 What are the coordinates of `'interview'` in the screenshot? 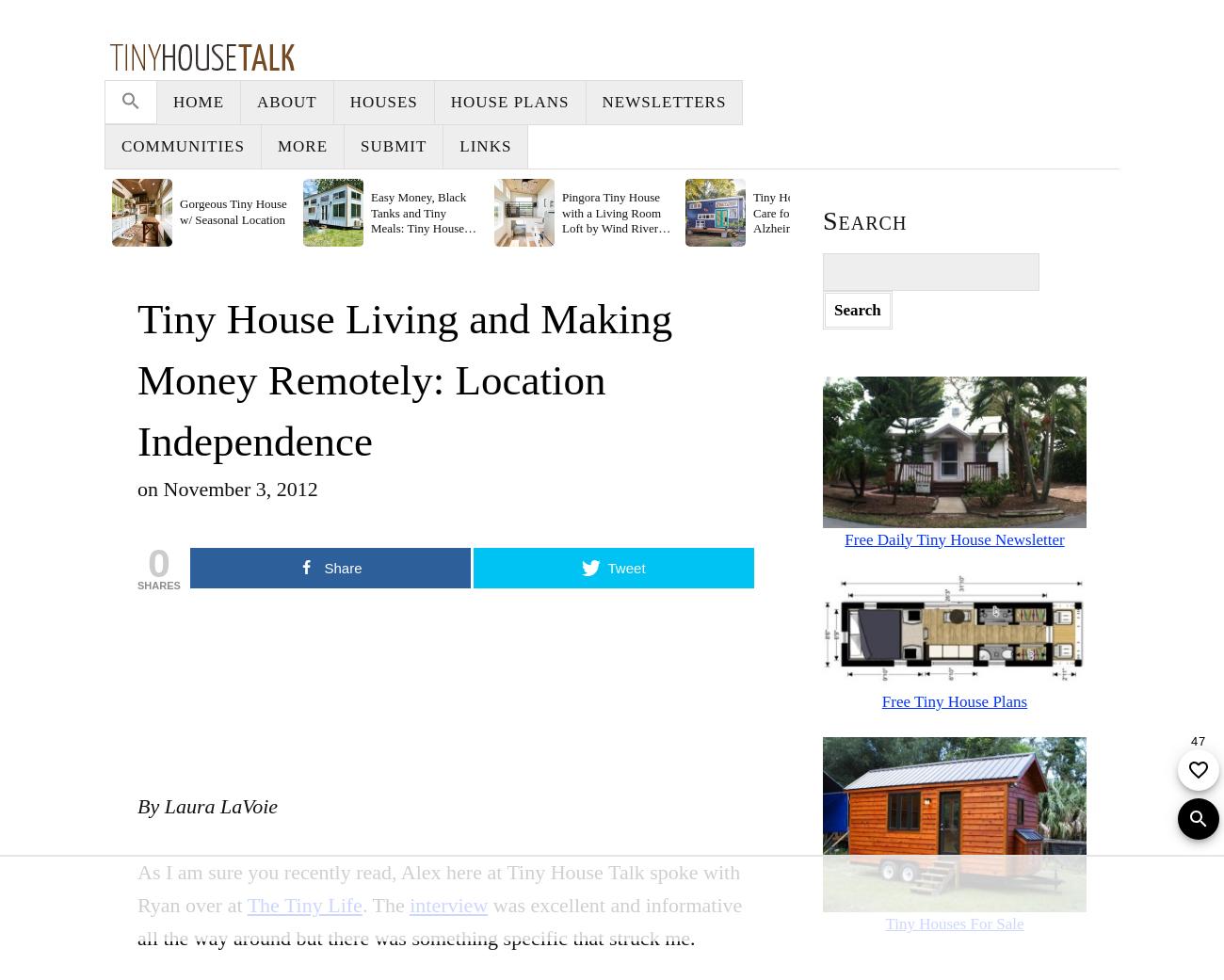 It's located at (447, 905).